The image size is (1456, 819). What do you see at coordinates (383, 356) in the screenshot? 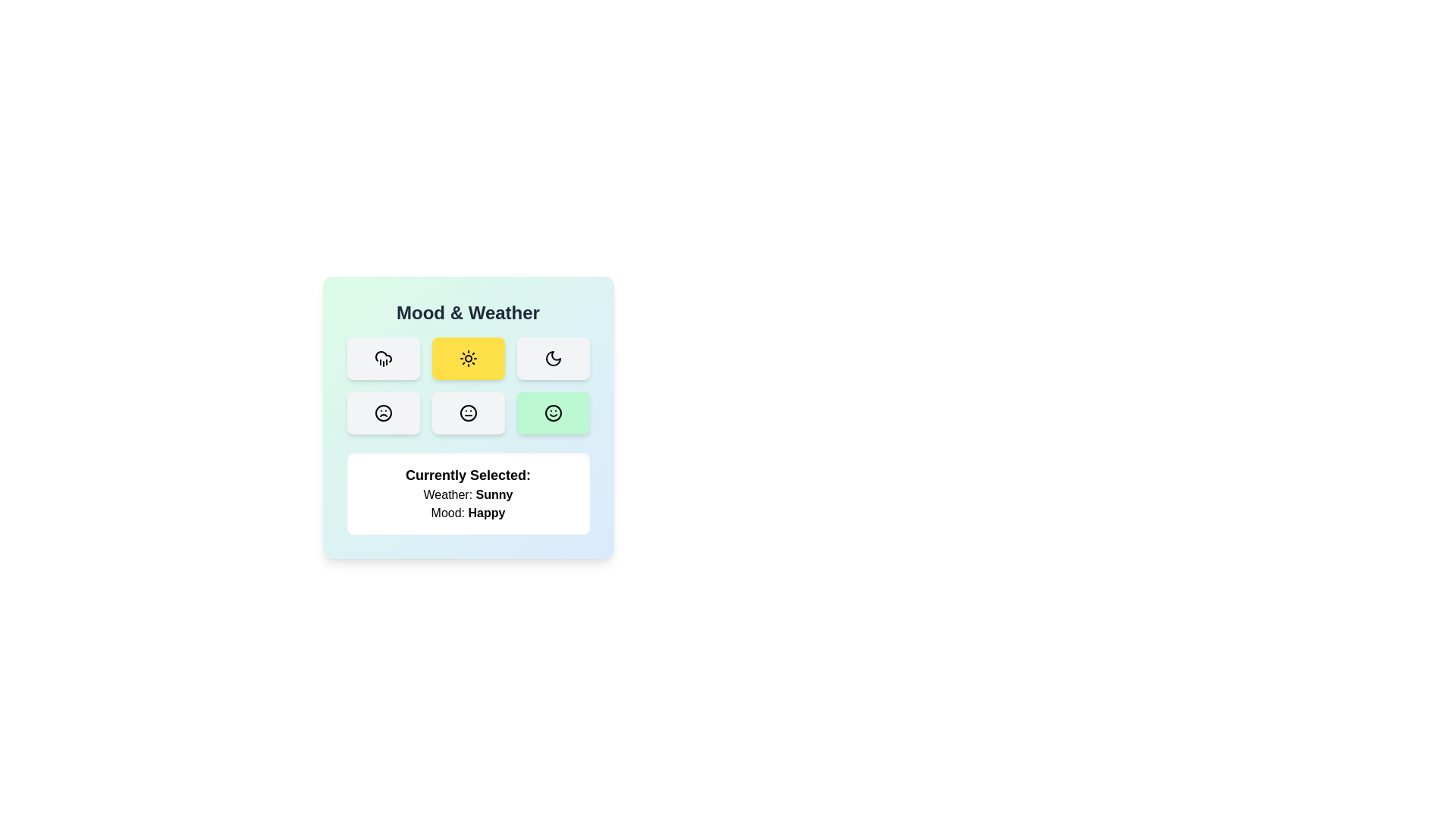
I see `the cloud icon in the 'Mood & Weather' section, which is located in the leftmost column of the second row, depicting a minimalistic cloud with rain elements` at bounding box center [383, 356].